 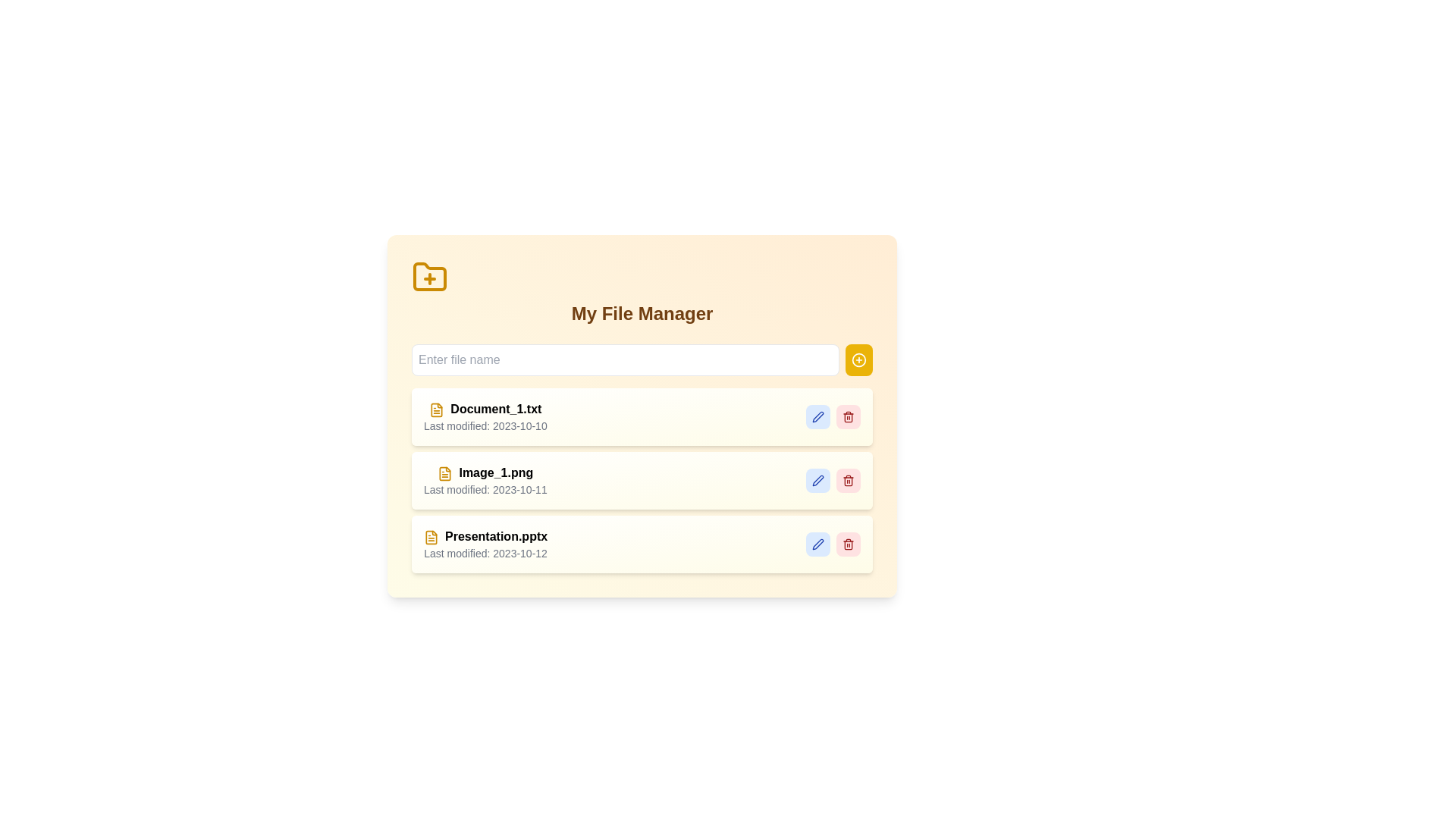 What do you see at coordinates (847, 480) in the screenshot?
I see `the trash icon located inside the last row of a list of three items` at bounding box center [847, 480].